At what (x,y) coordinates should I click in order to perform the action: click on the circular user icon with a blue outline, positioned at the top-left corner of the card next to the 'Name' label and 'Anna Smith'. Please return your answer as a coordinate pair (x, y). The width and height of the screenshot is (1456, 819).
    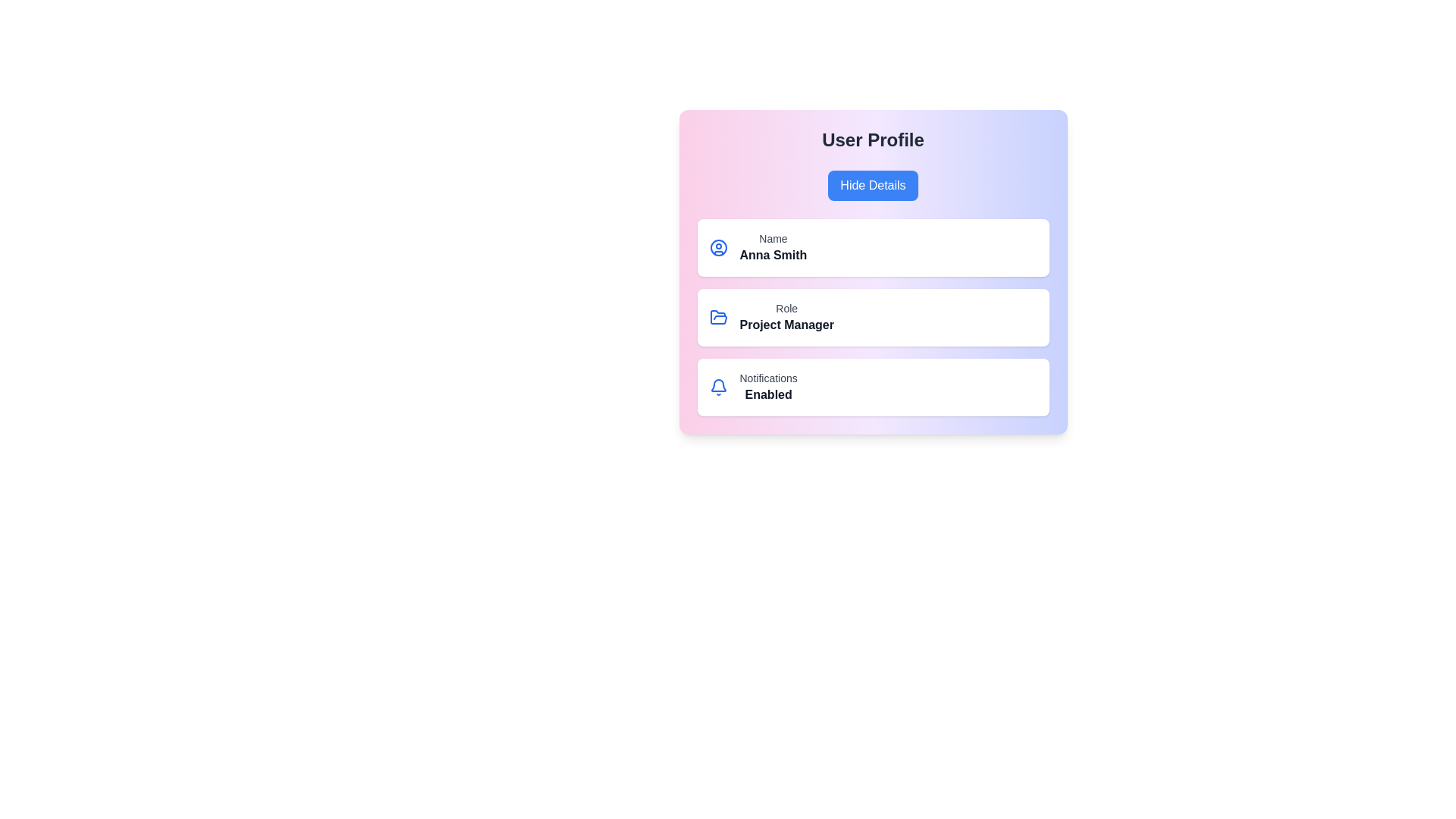
    Looking at the image, I should click on (717, 247).